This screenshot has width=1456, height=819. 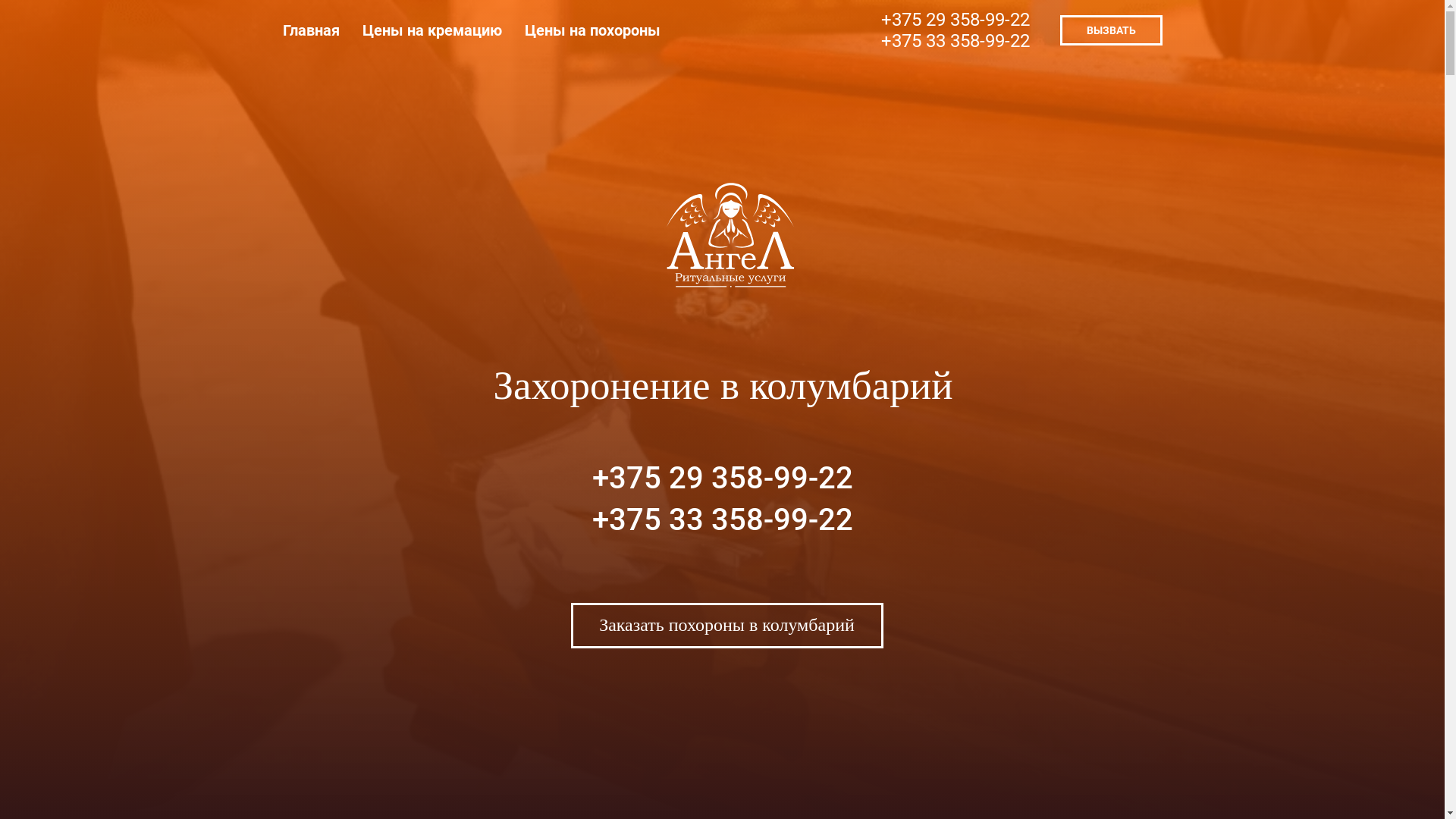 What do you see at coordinates (954, 40) in the screenshot?
I see `'+375 33 358-99-22'` at bounding box center [954, 40].